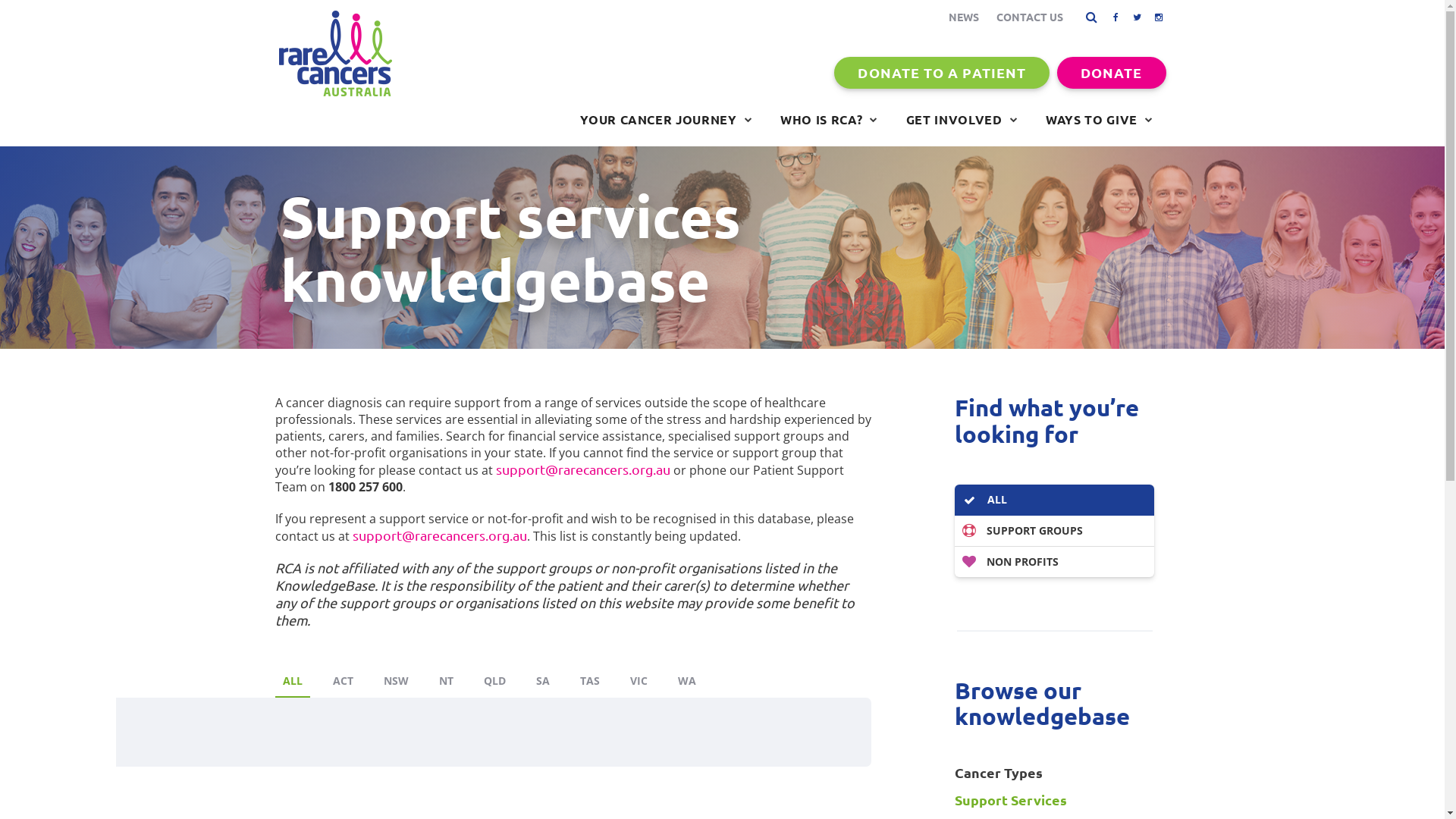 This screenshot has height=819, width=1456. I want to click on 'WA', so click(686, 681).